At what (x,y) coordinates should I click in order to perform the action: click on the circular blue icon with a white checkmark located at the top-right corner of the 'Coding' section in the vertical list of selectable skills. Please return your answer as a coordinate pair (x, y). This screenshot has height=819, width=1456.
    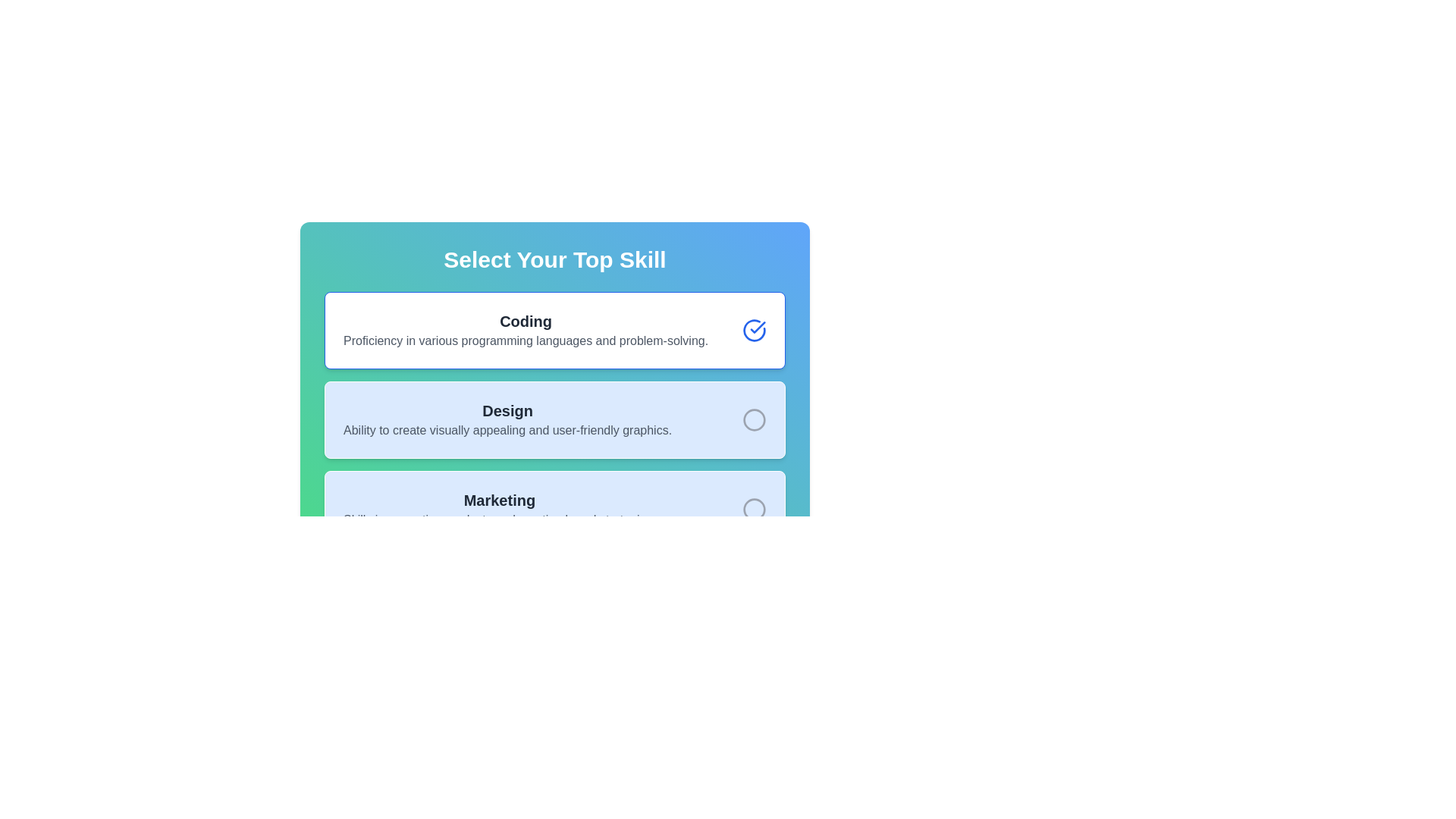
    Looking at the image, I should click on (754, 329).